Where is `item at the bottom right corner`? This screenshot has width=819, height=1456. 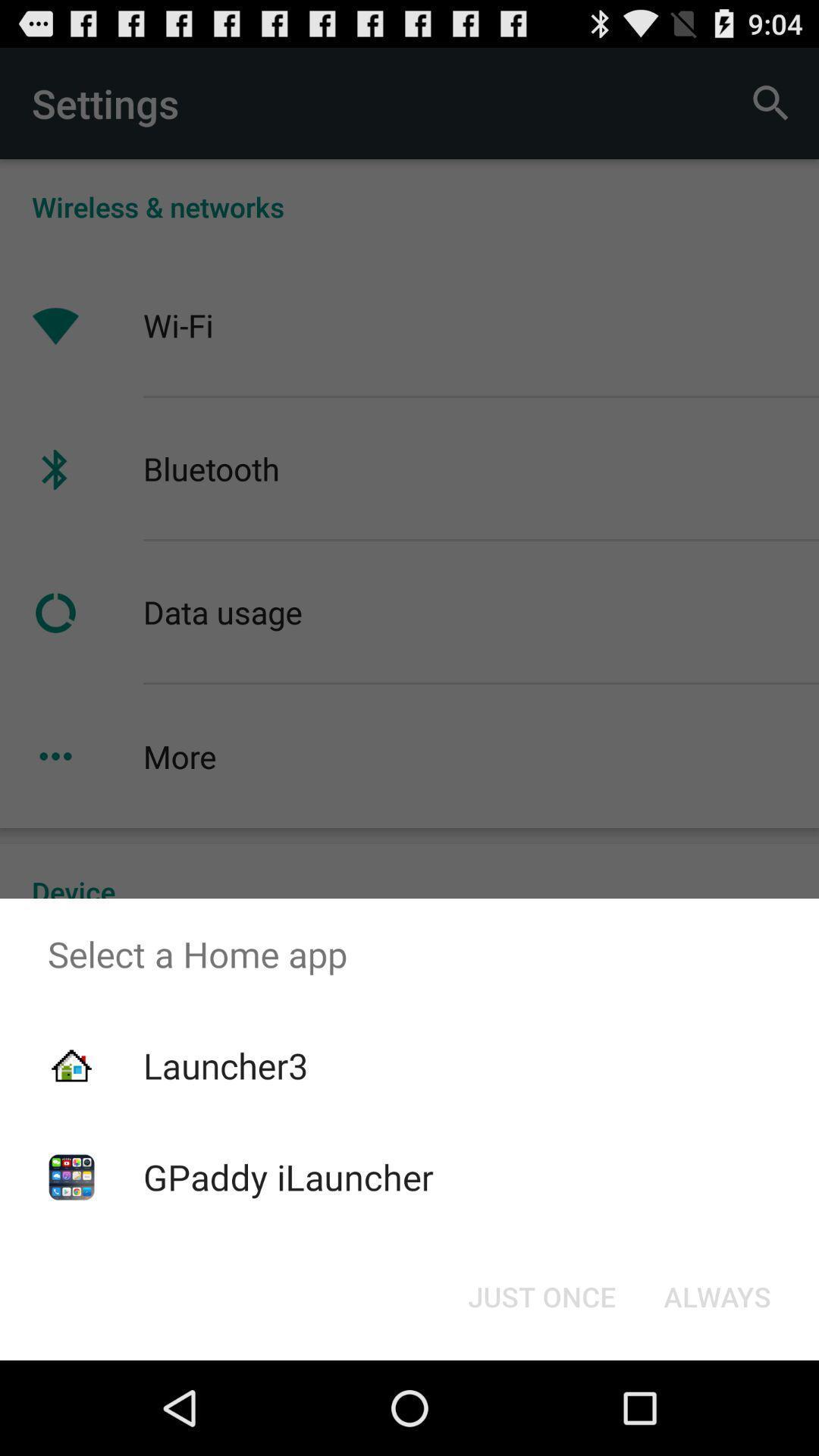 item at the bottom right corner is located at coordinates (717, 1295).